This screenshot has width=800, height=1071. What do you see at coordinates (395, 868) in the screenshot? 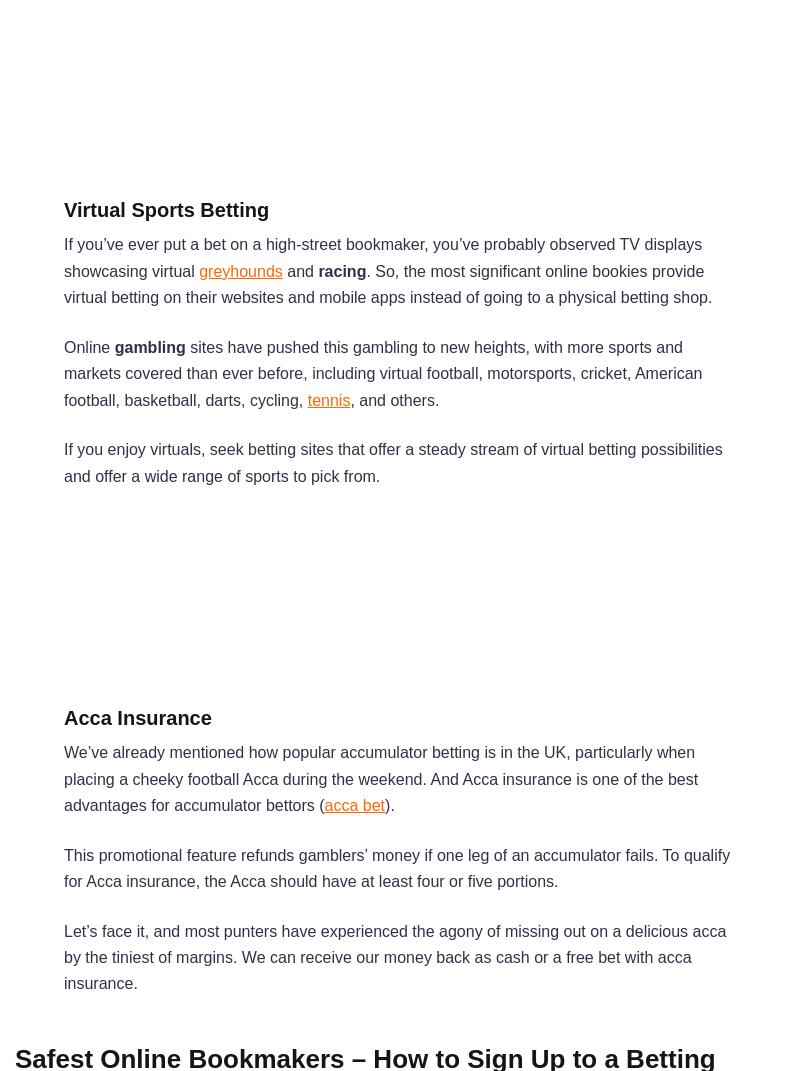
I see `'This promotional feature refunds gamblers’ money if one leg of an accumulator fails. To qualify for Acca insurance, the Acca should have at least four or five portions.'` at bounding box center [395, 868].